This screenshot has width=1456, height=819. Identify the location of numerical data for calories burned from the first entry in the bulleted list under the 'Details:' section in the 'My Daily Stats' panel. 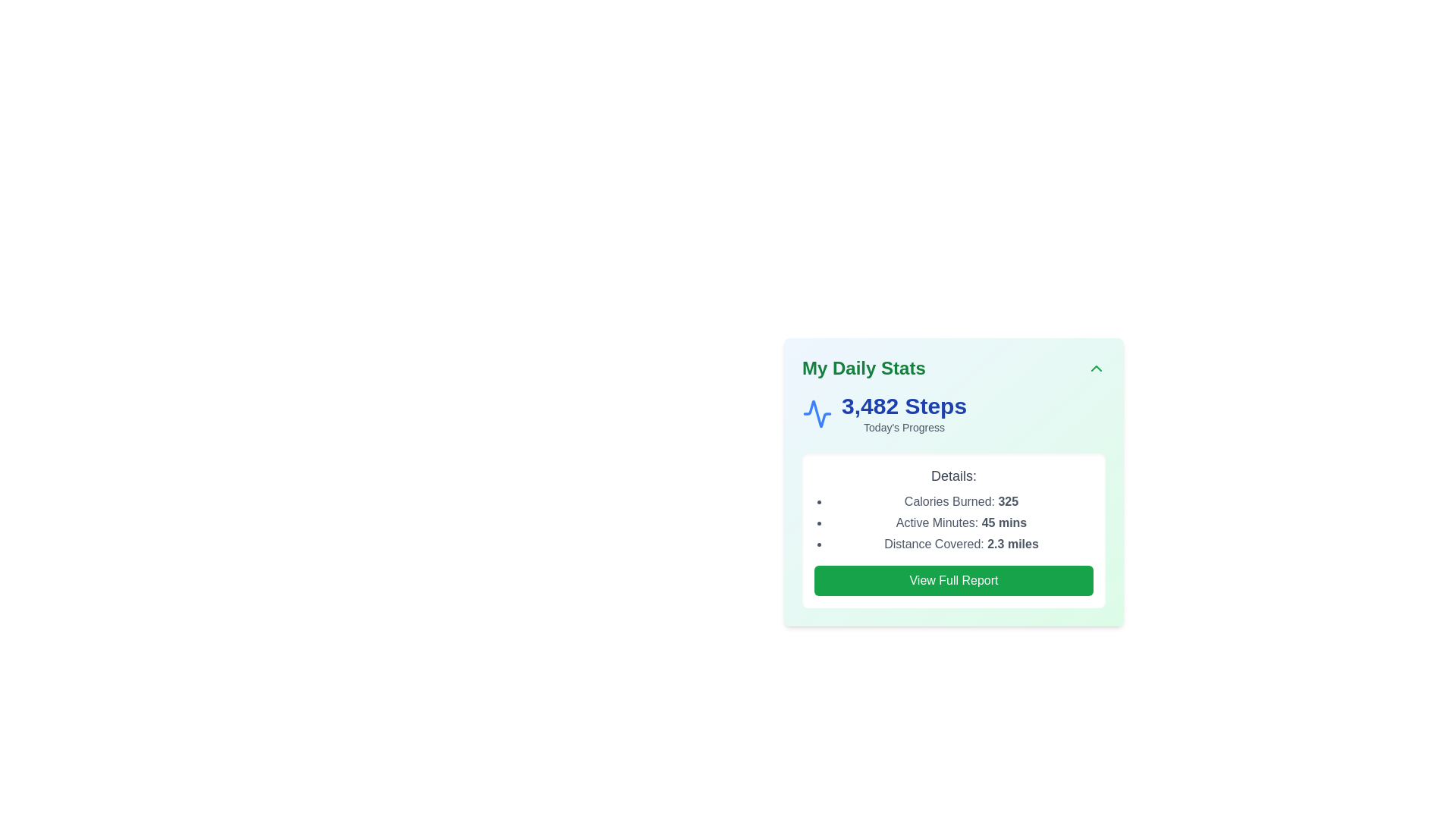
(960, 502).